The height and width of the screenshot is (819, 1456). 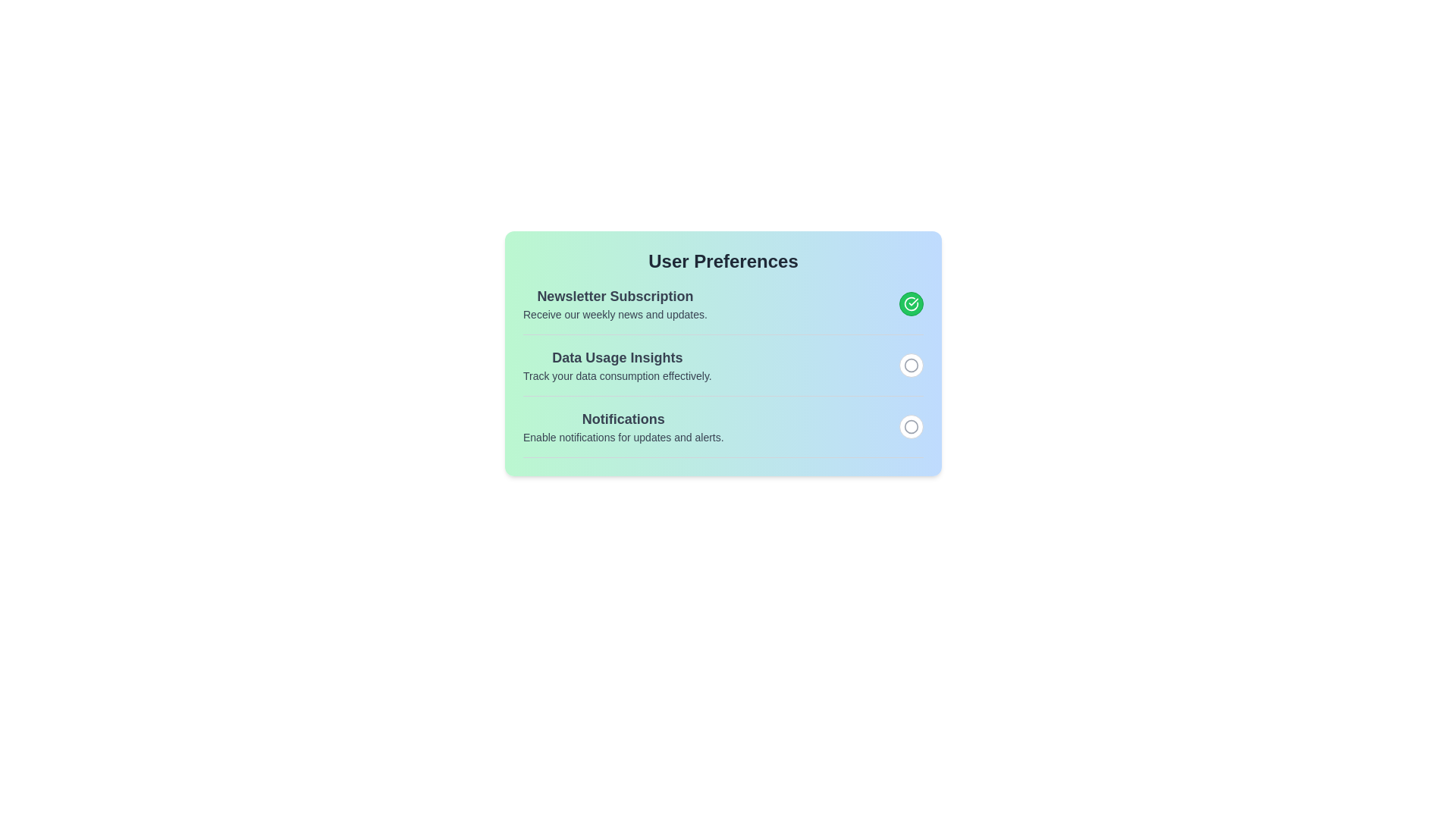 I want to click on the circular check mark icon within a green circle located in the 'User Preferences' section under the 'Newsletter Subscription' heading, so click(x=910, y=304).